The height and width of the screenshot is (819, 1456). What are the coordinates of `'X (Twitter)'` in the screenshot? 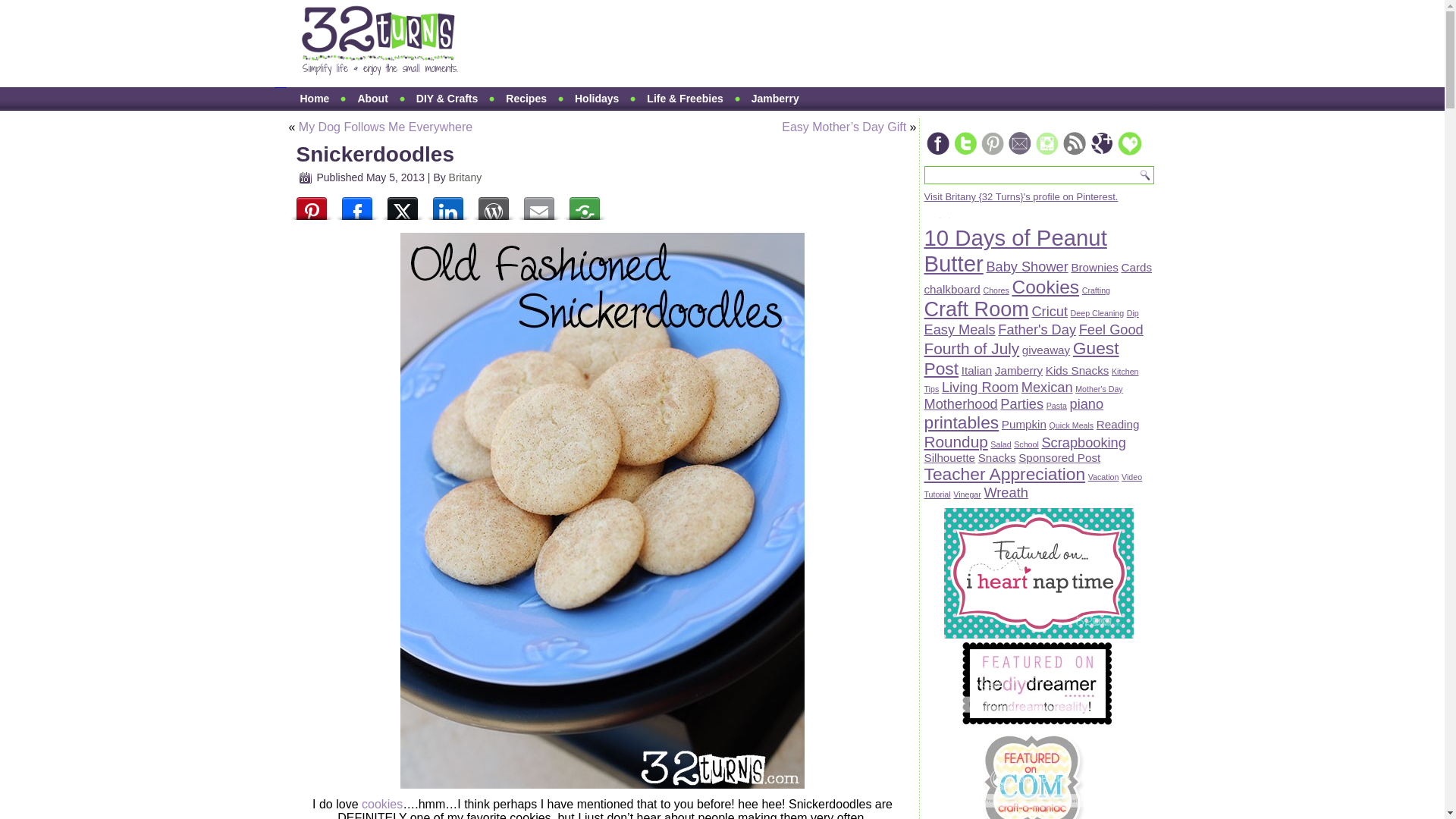 It's located at (401, 205).